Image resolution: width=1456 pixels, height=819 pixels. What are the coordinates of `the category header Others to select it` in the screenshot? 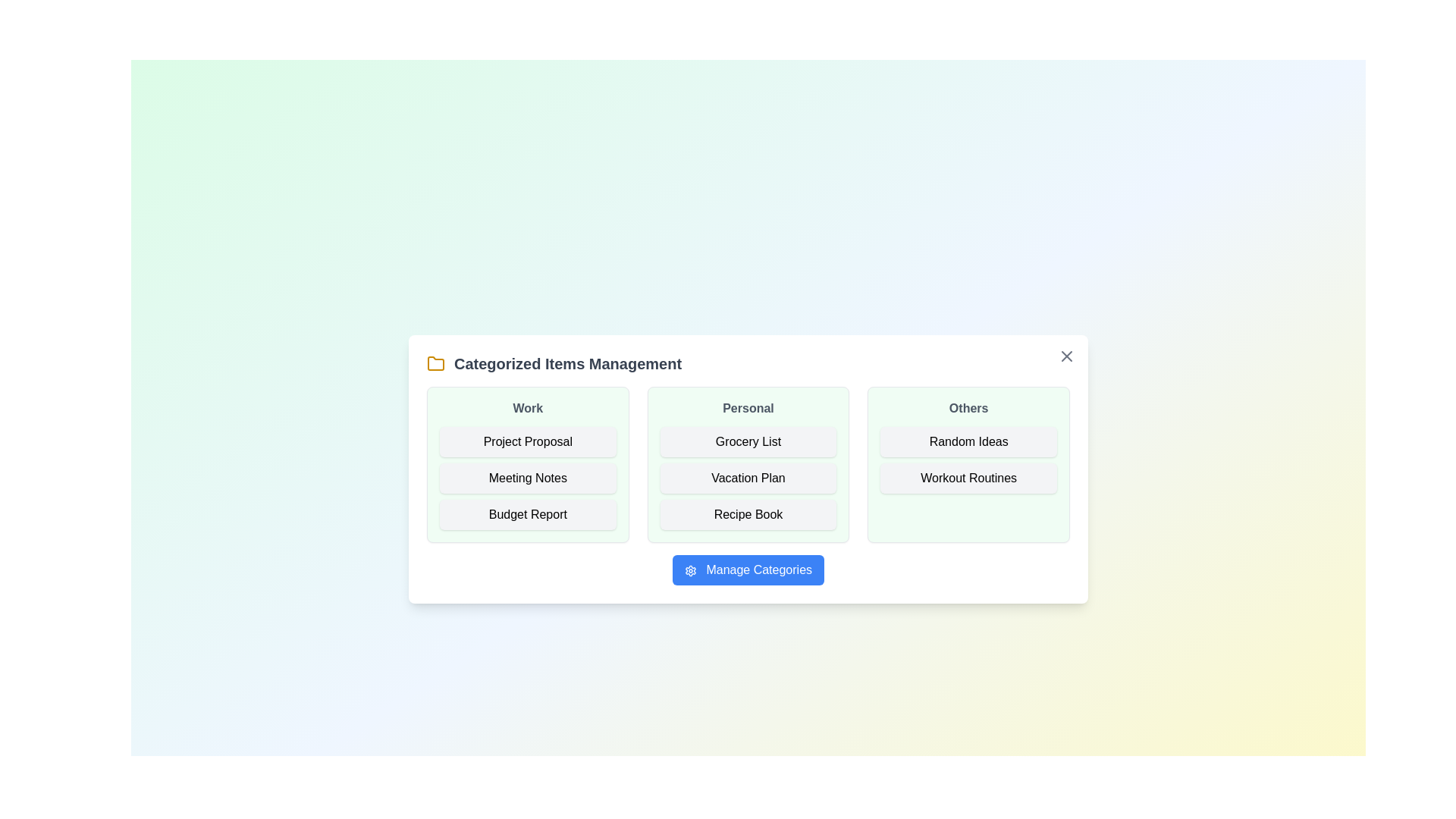 It's located at (968, 408).